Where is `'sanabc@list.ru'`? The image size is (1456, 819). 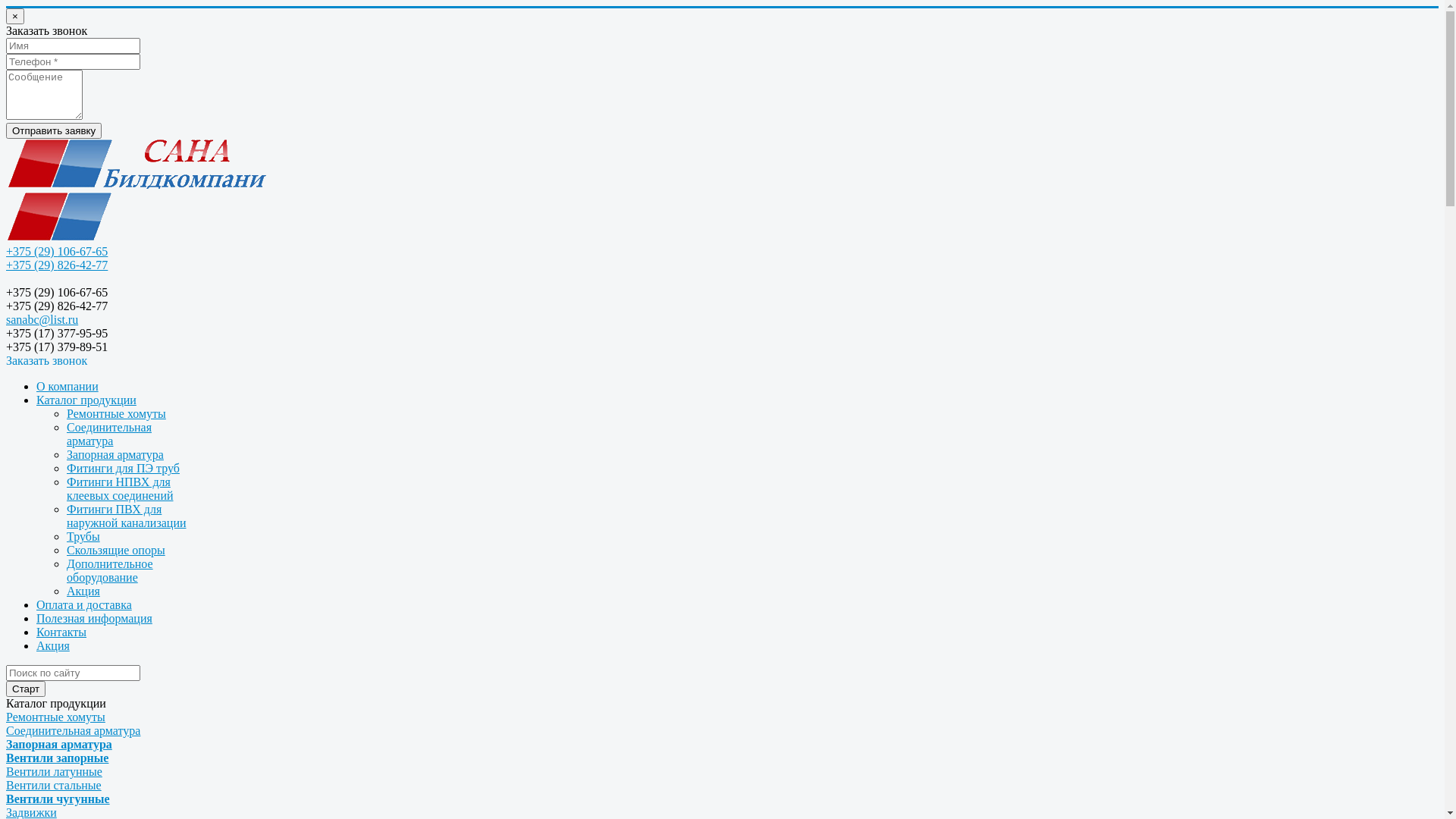
'sanabc@list.ru' is located at coordinates (42, 318).